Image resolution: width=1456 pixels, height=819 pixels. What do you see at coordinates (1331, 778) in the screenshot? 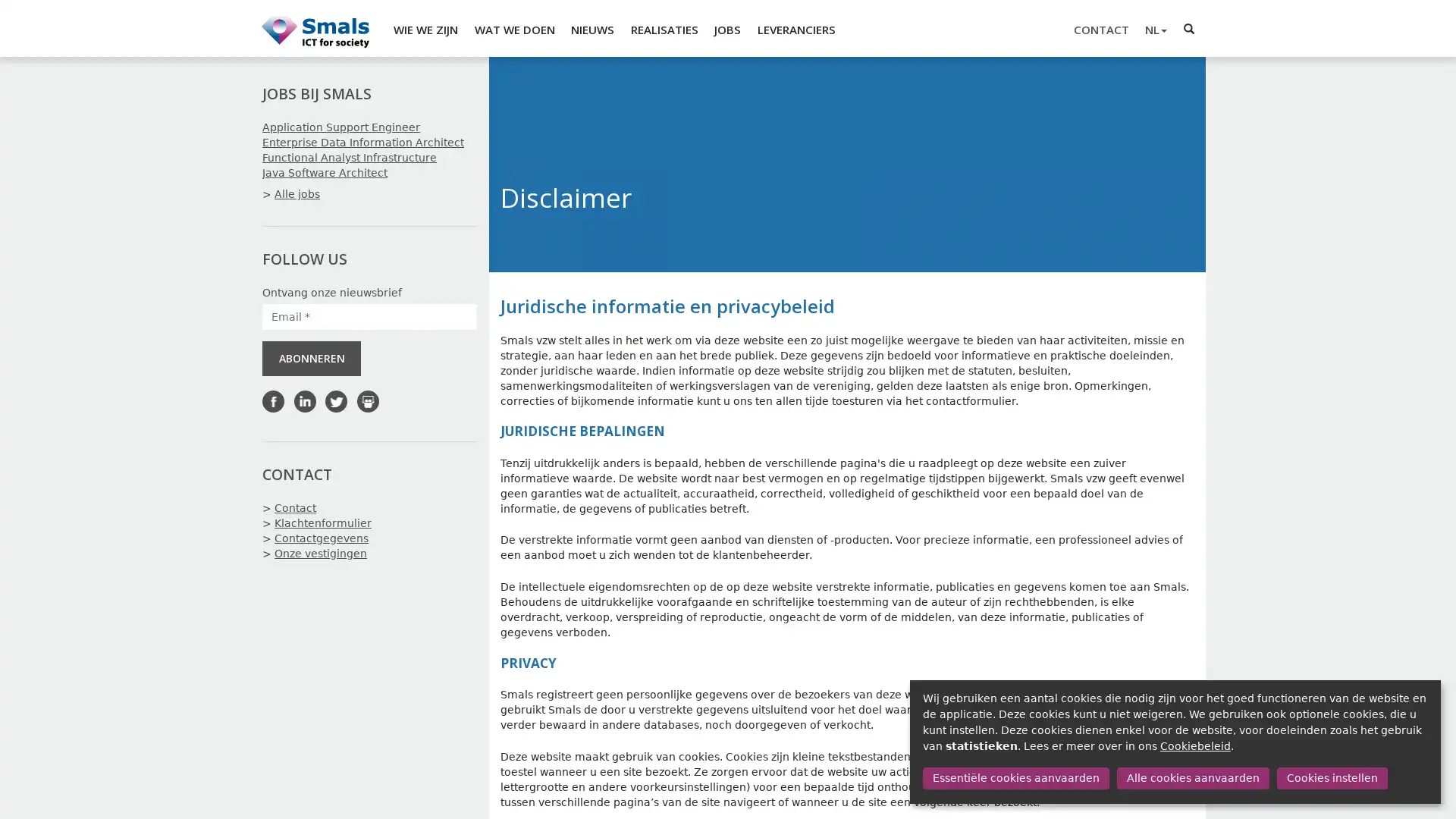
I see `Cookies instellen` at bounding box center [1331, 778].